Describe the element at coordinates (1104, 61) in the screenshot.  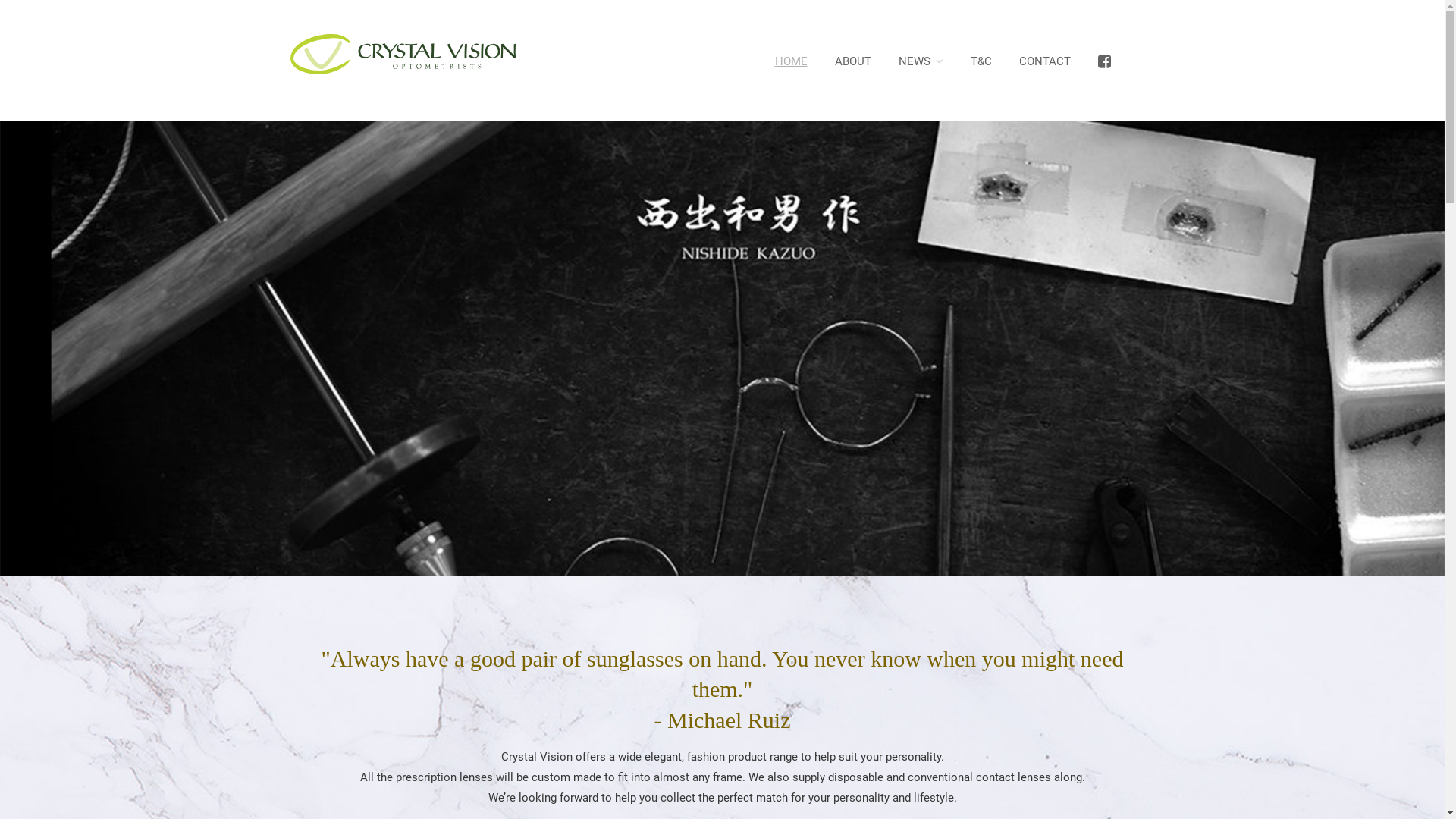
I see `'<i class="fa fa-facebook-square fa-lg"></i>'` at that location.